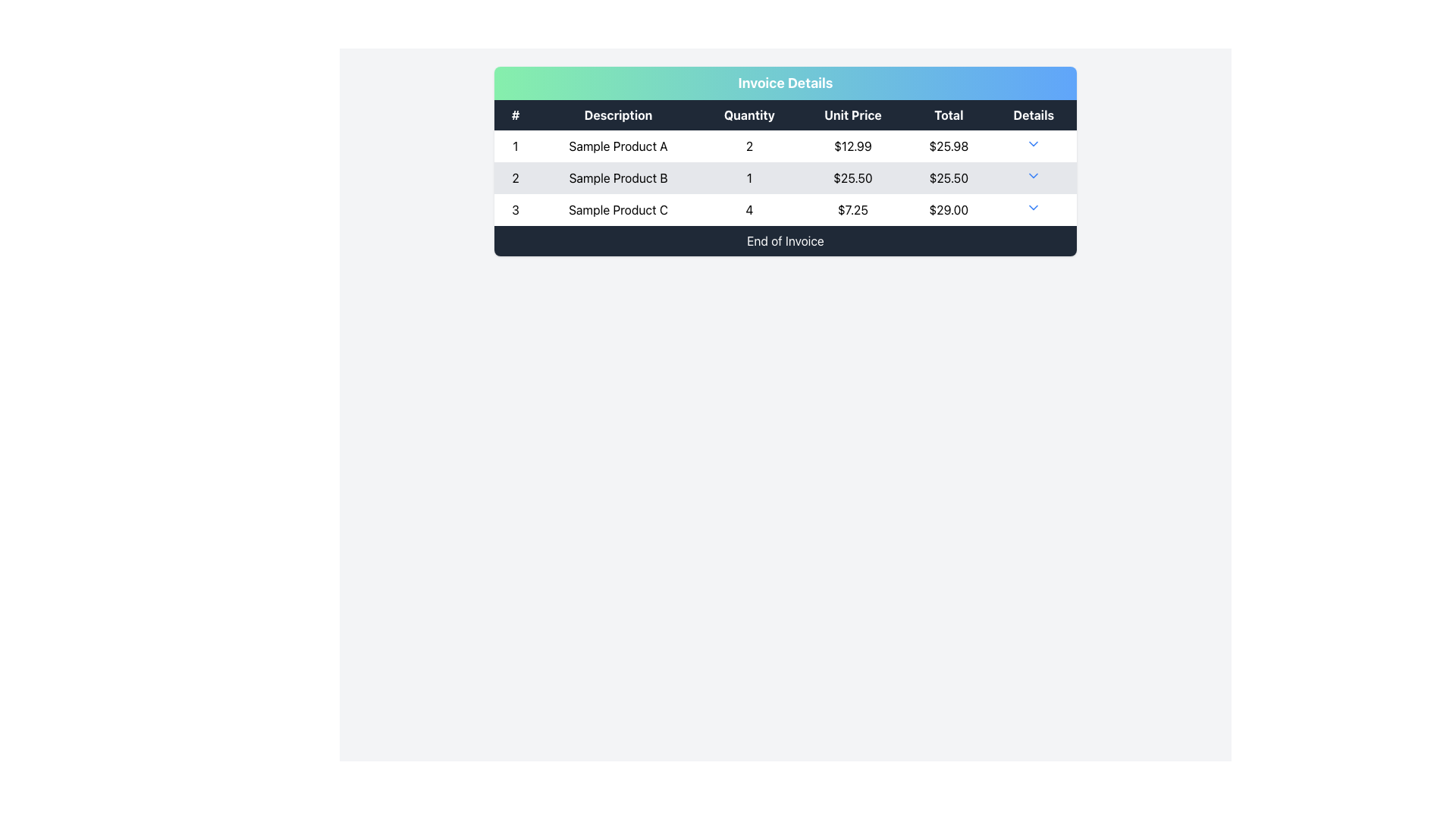 The image size is (1456, 819). What do you see at coordinates (618, 146) in the screenshot?
I see `the text label displaying 'Sample Product A' located in the first row of the table under the 'Description' column` at bounding box center [618, 146].